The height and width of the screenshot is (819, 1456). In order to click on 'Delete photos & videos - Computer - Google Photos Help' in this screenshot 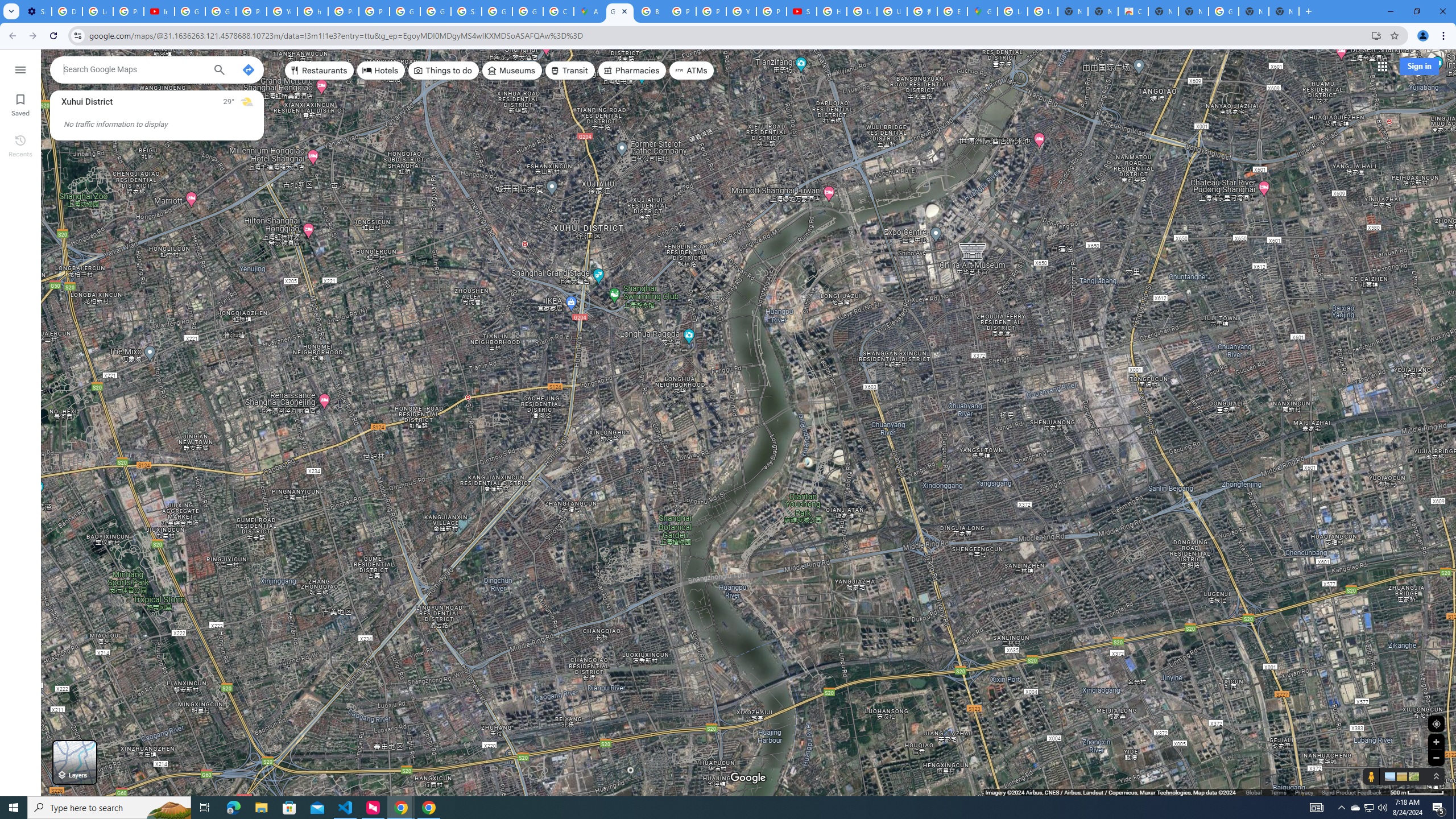, I will do `click(67, 11)`.